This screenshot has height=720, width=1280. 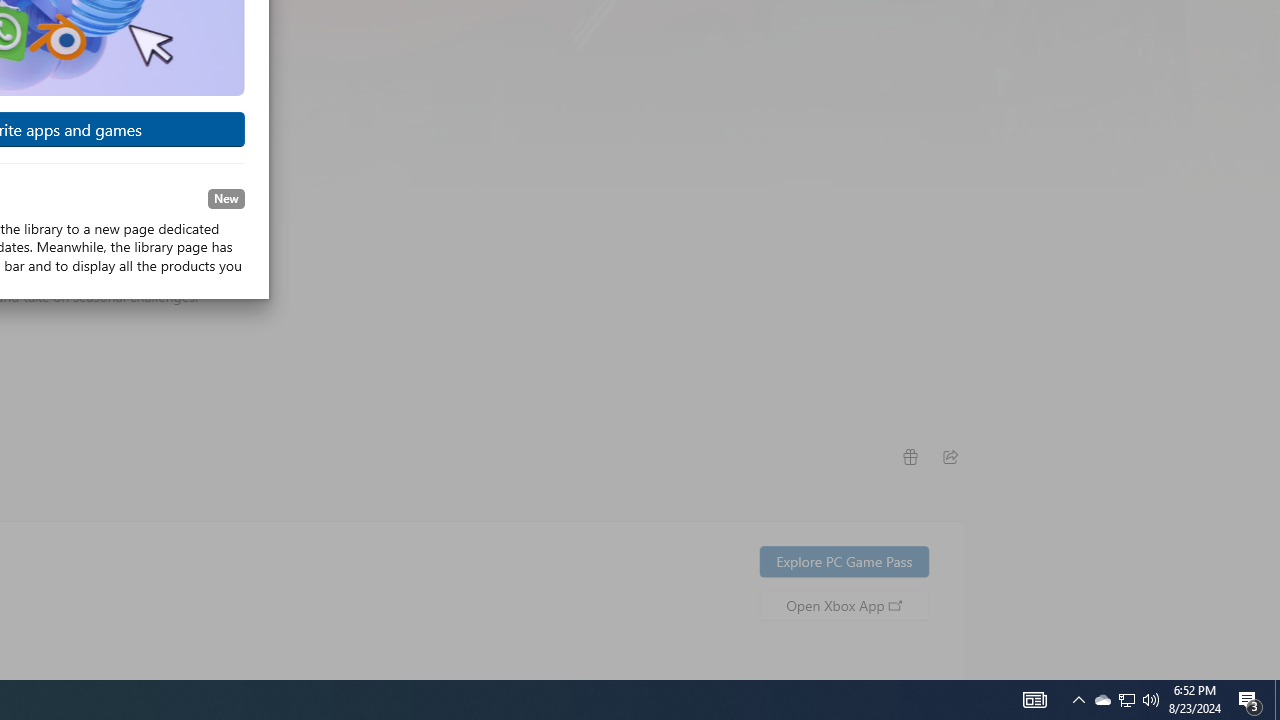 I want to click on 'Explore PC Game Pass', so click(x=844, y=561).